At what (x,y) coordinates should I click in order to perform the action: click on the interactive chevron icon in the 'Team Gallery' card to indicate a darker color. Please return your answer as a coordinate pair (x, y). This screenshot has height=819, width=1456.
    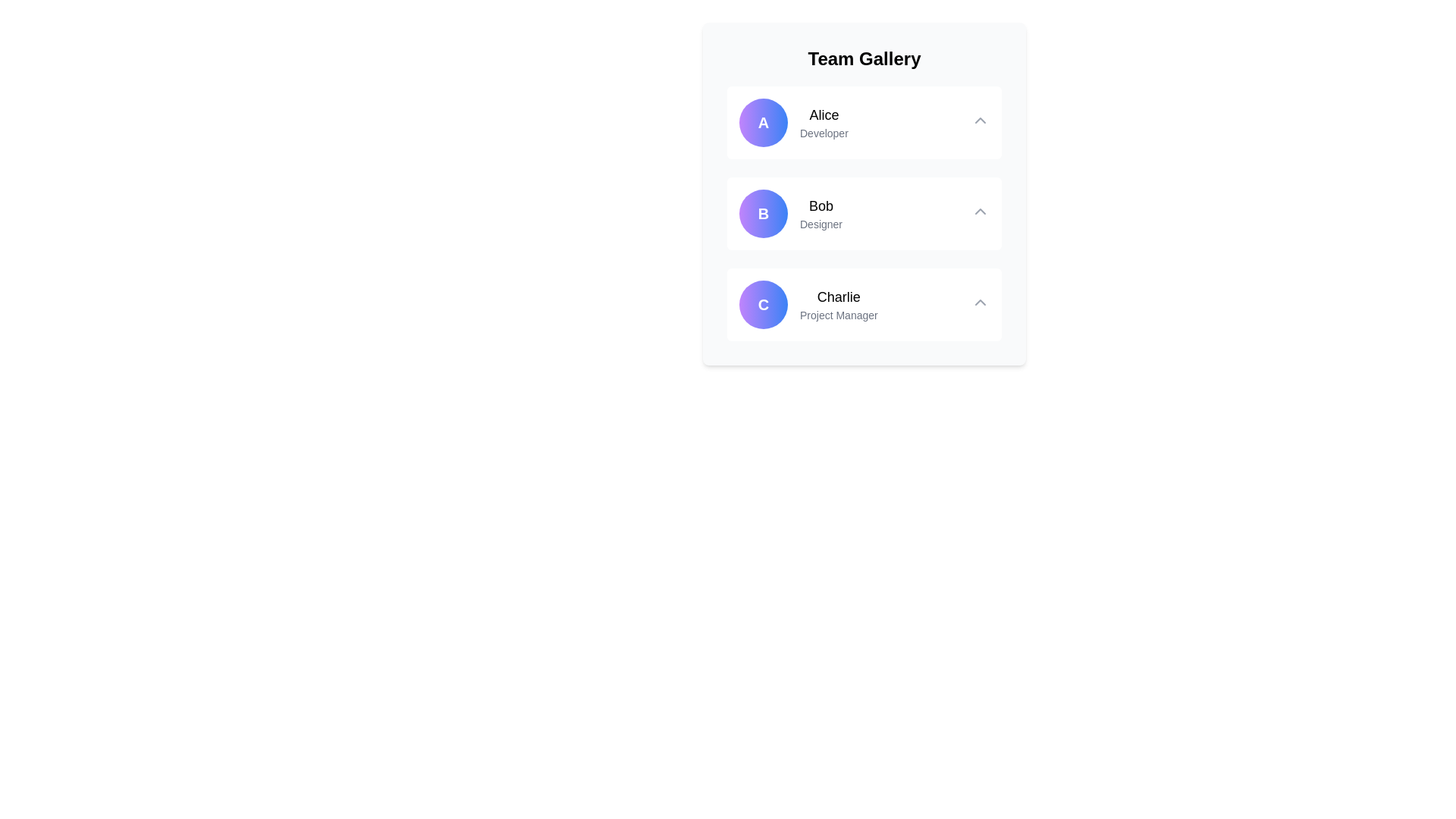
    Looking at the image, I should click on (980, 119).